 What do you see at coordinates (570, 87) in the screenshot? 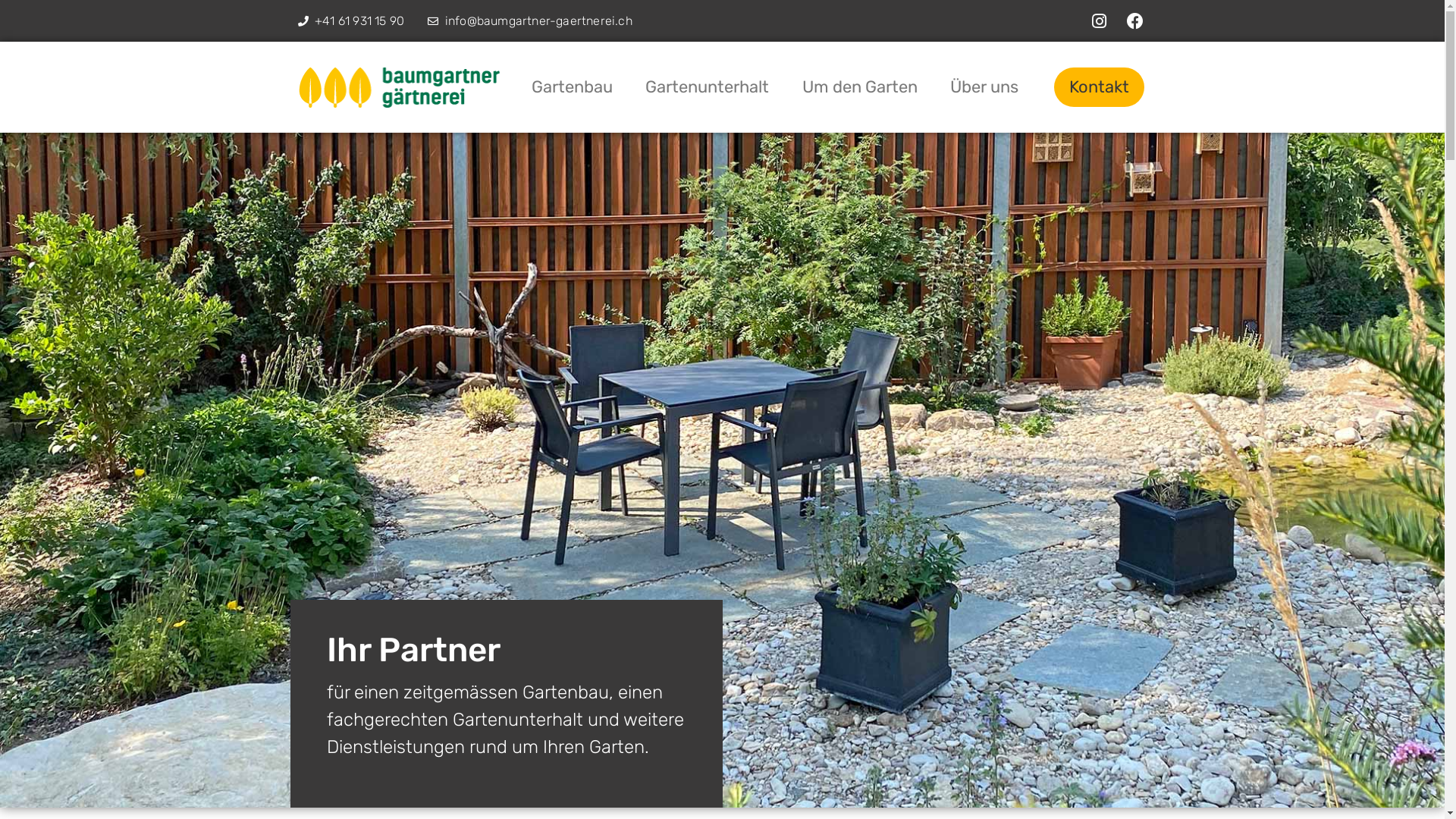
I see `'Gartenbau'` at bounding box center [570, 87].